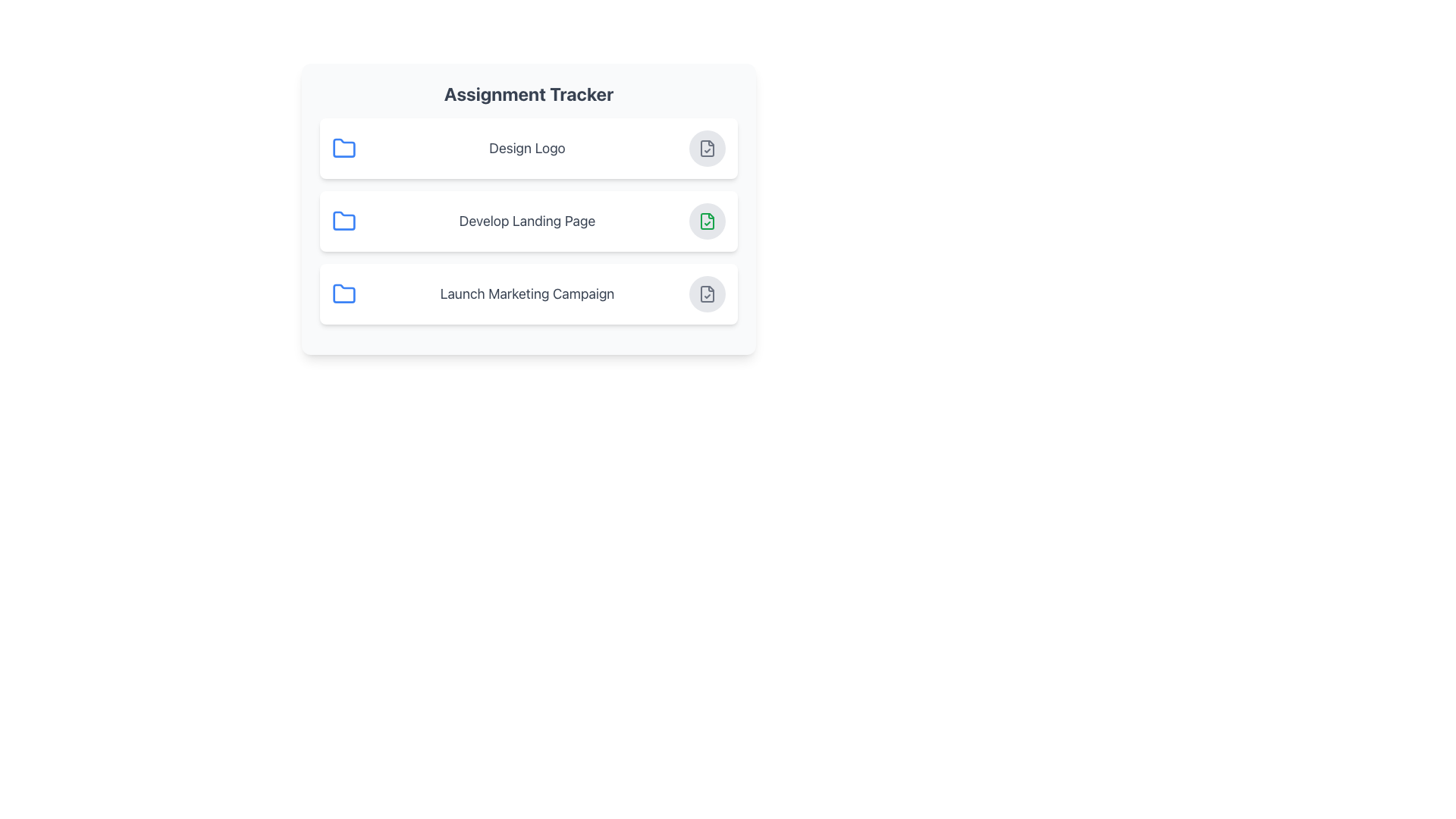 The width and height of the screenshot is (1456, 819). I want to click on text of the Text Label located in the middle of the second card in the assignment tracker interface, positioned between 'Design Logo' and 'Launch Marketing Campaign', so click(527, 221).